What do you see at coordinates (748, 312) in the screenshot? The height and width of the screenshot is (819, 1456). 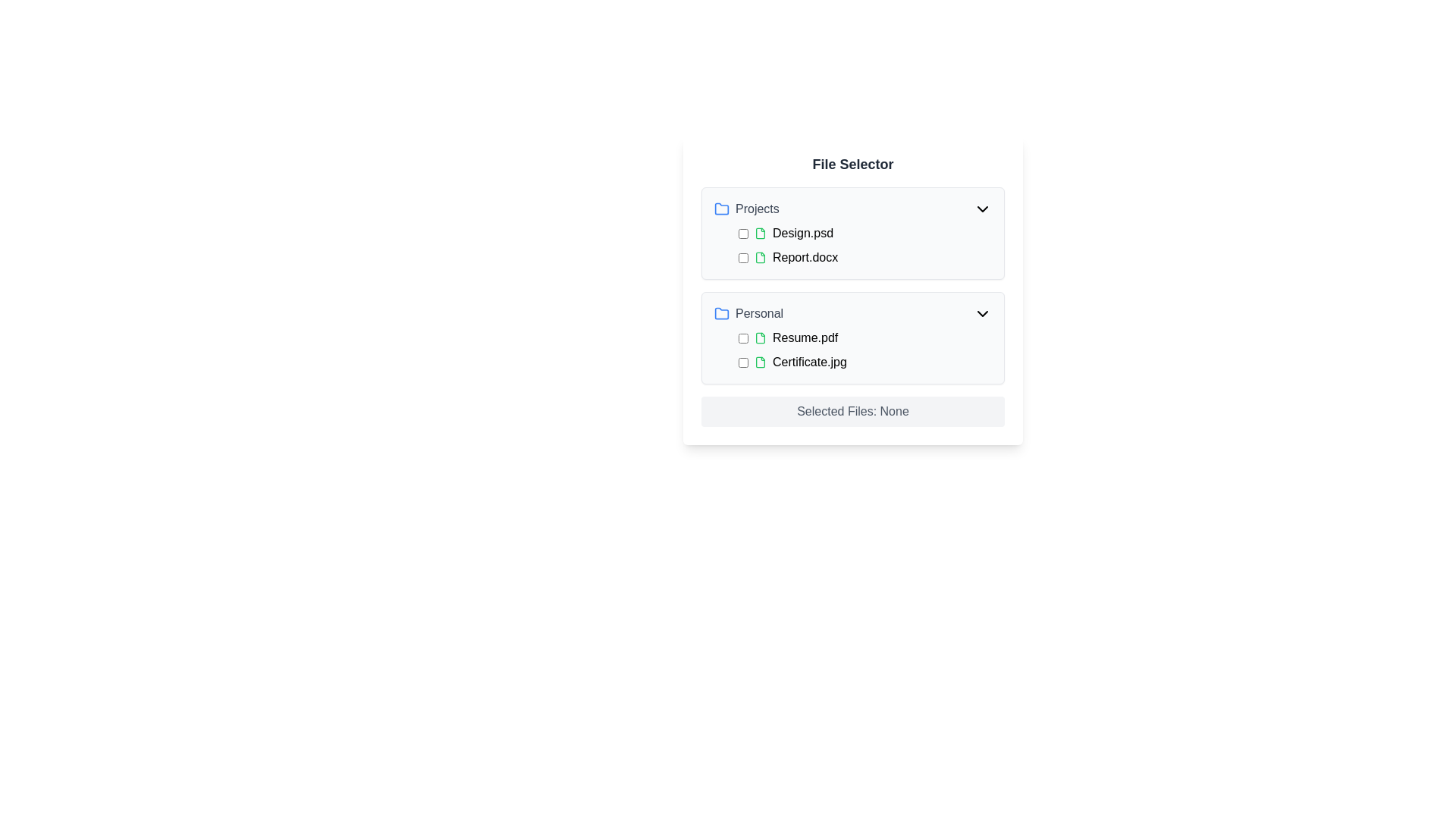 I see `to select the 'Personal' folder icon and label, which consists of the text 'Personal' and a blue folder icon, located in the second group of the list sections` at bounding box center [748, 312].